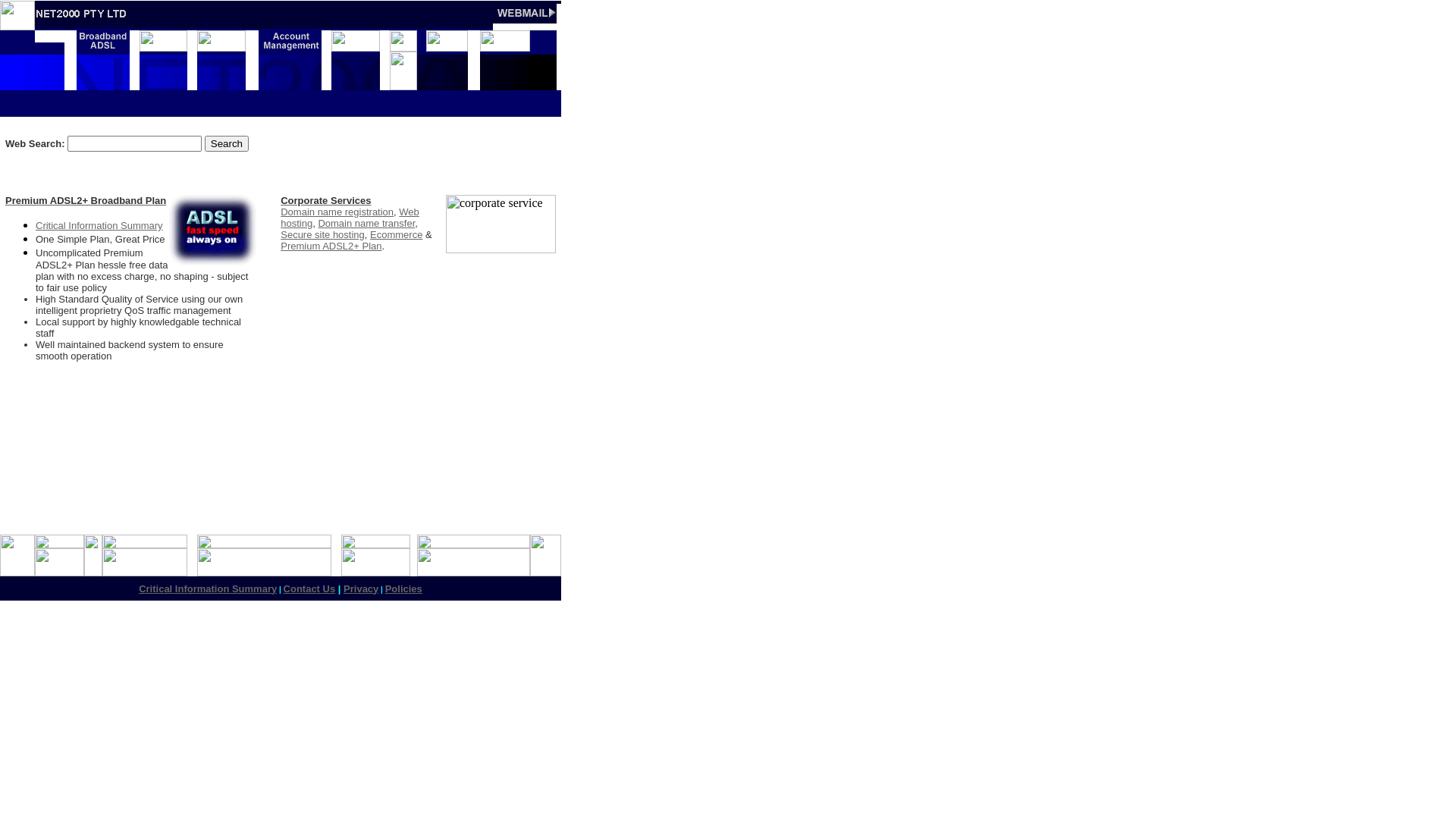 This screenshot has width=1456, height=819. What do you see at coordinates (396, 234) in the screenshot?
I see `'Ecommerce'` at bounding box center [396, 234].